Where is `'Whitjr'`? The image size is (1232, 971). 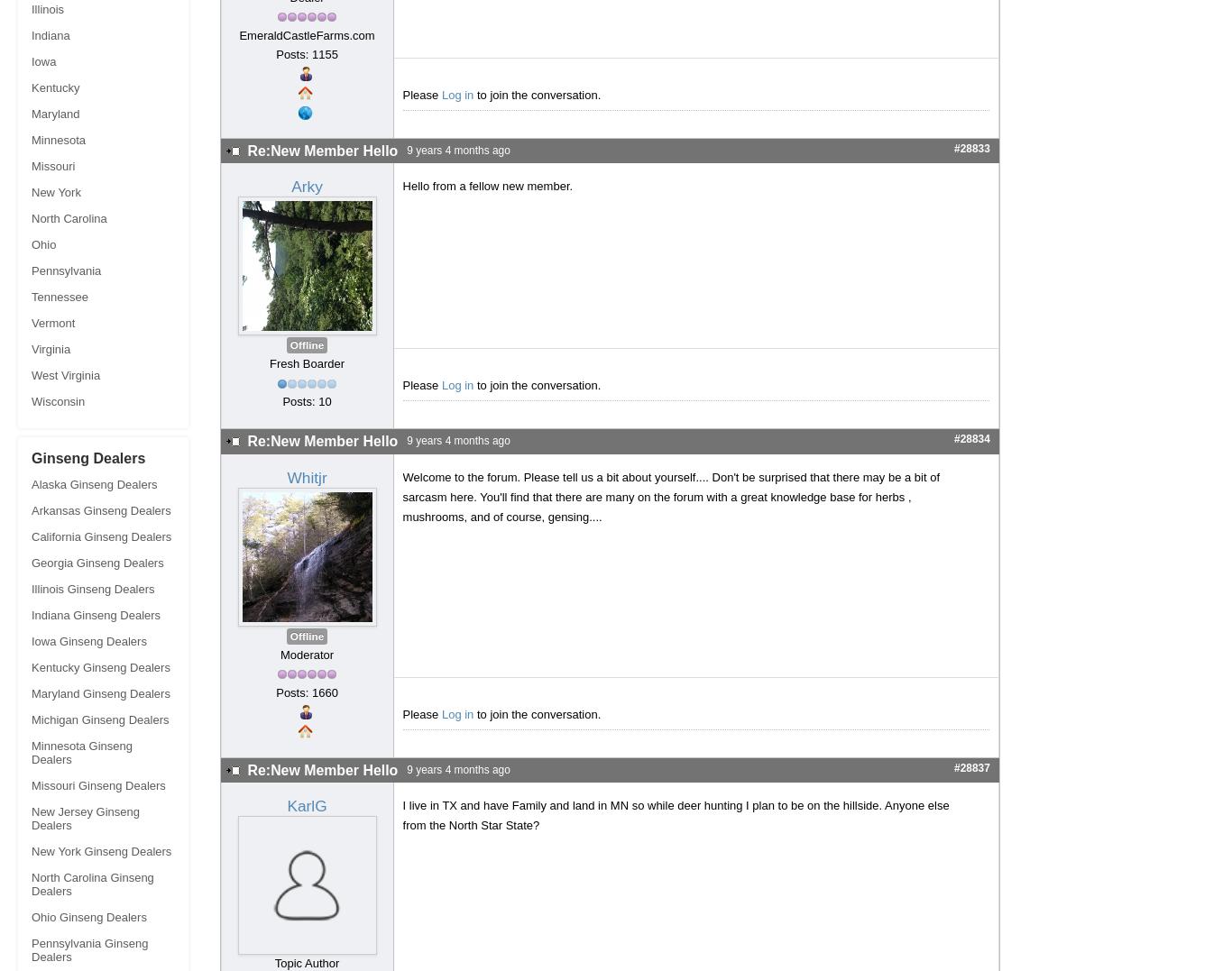 'Whitjr' is located at coordinates (306, 476).